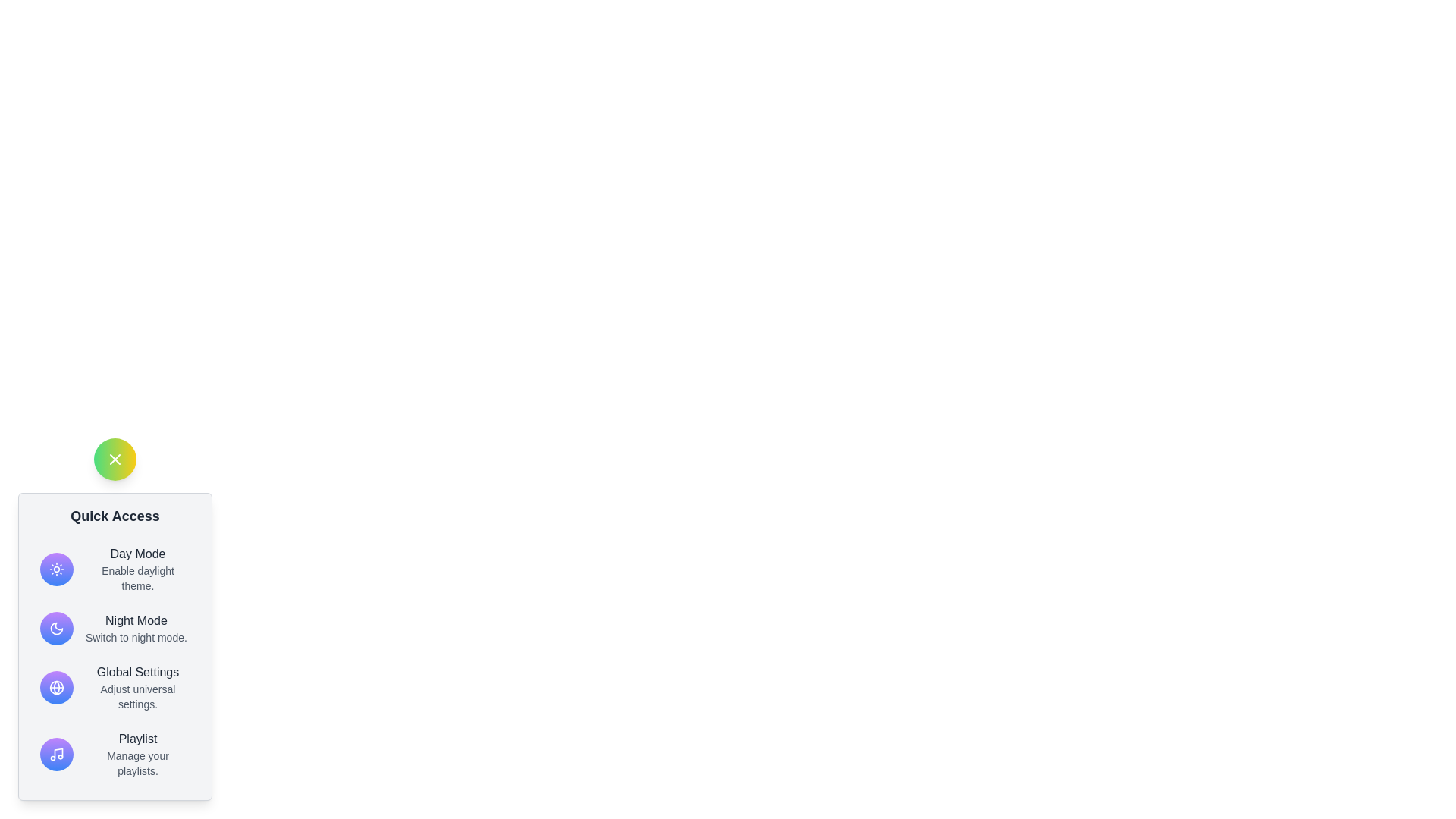 This screenshot has width=1456, height=819. What do you see at coordinates (115, 516) in the screenshot?
I see `the 'Quick Access' header text` at bounding box center [115, 516].